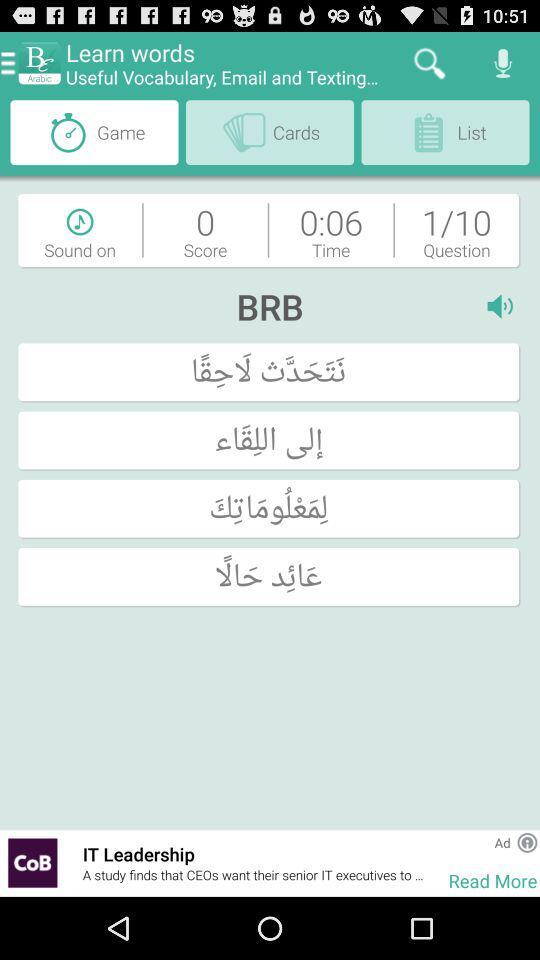 This screenshot has width=540, height=960. I want to click on see more information, so click(527, 841).